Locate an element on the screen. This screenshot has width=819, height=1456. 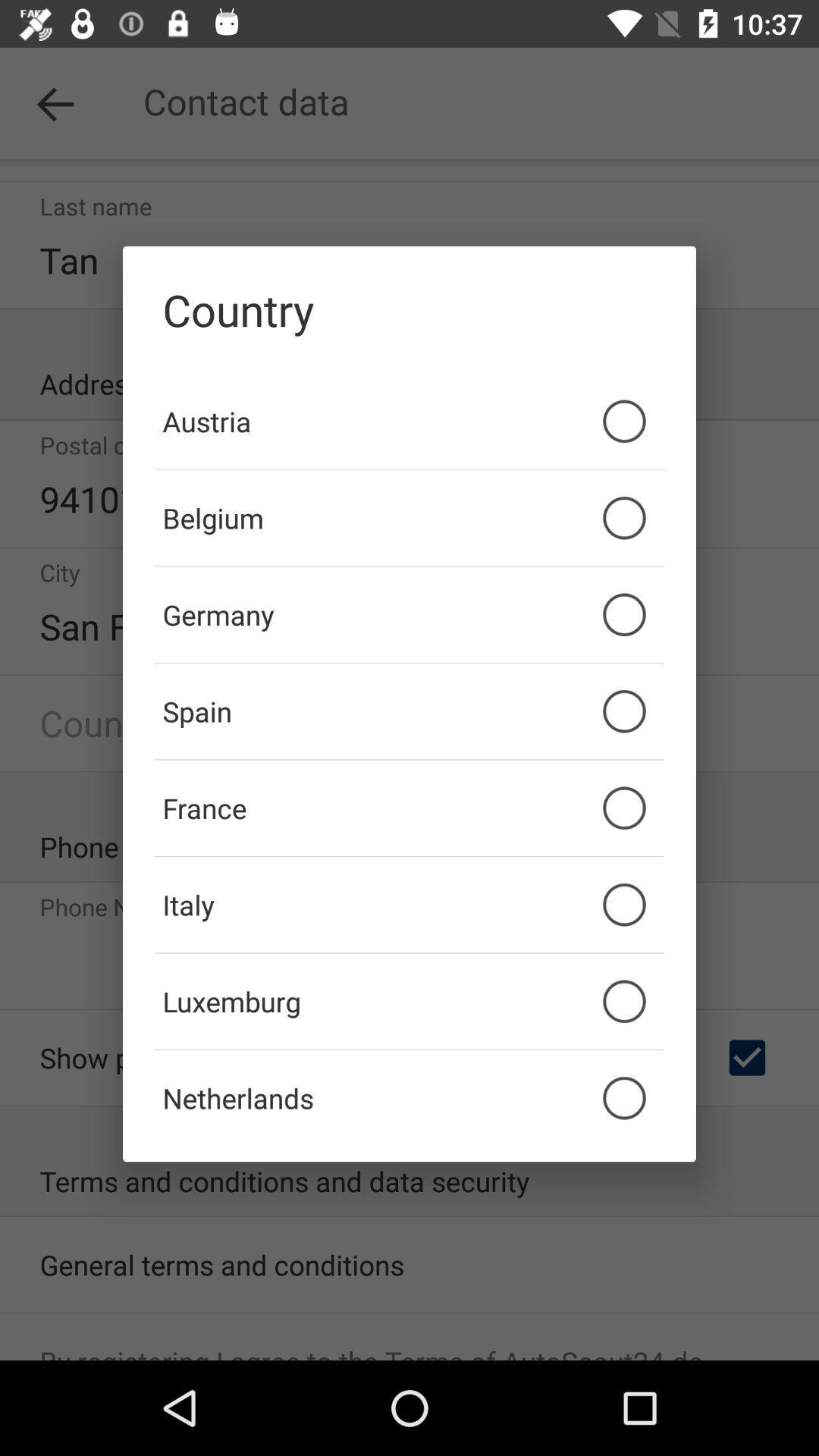
the france icon is located at coordinates (409, 807).